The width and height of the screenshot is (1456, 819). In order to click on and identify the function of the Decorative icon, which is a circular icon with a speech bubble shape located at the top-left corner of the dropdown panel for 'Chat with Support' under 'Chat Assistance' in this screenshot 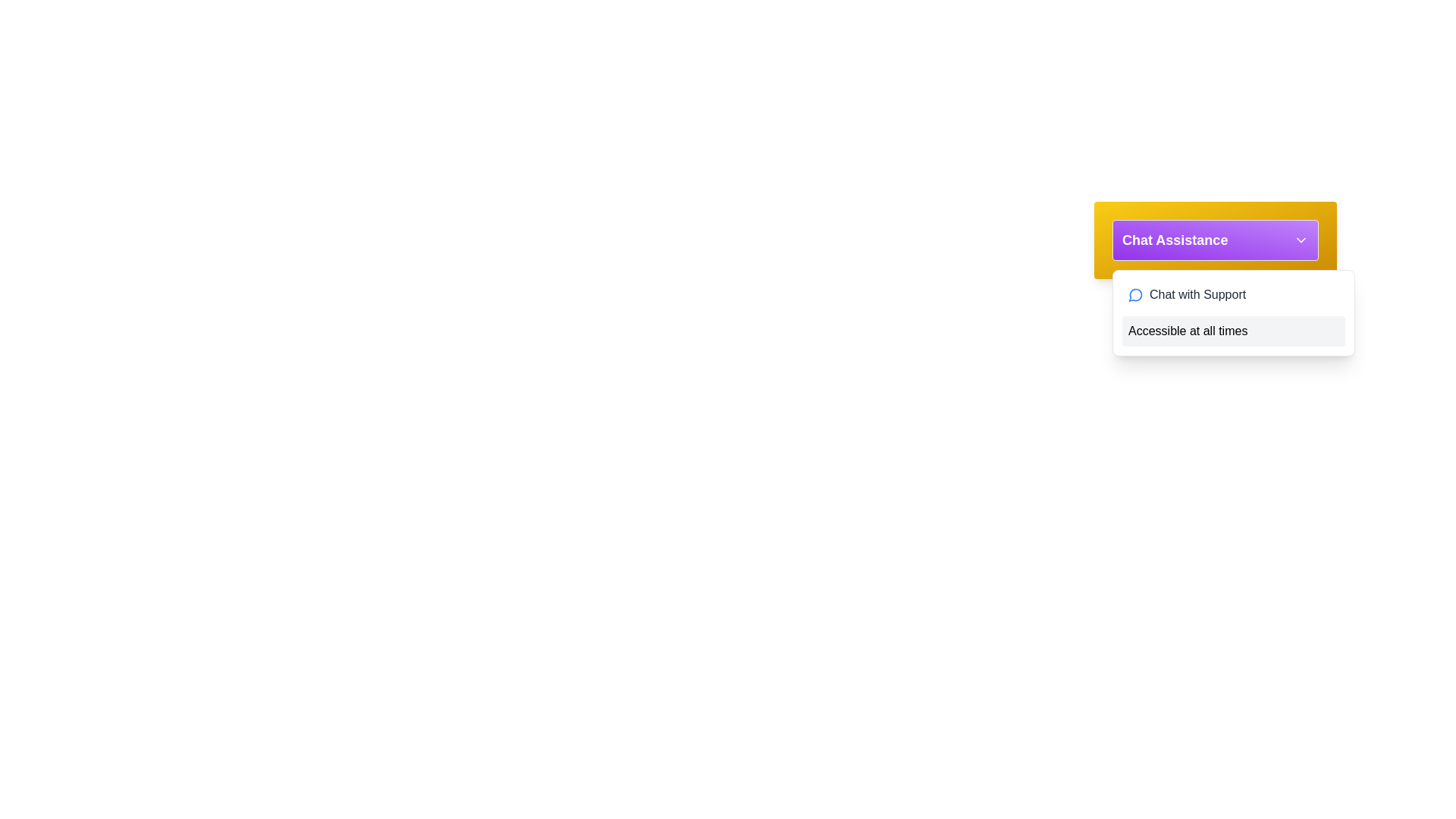, I will do `click(1135, 295)`.